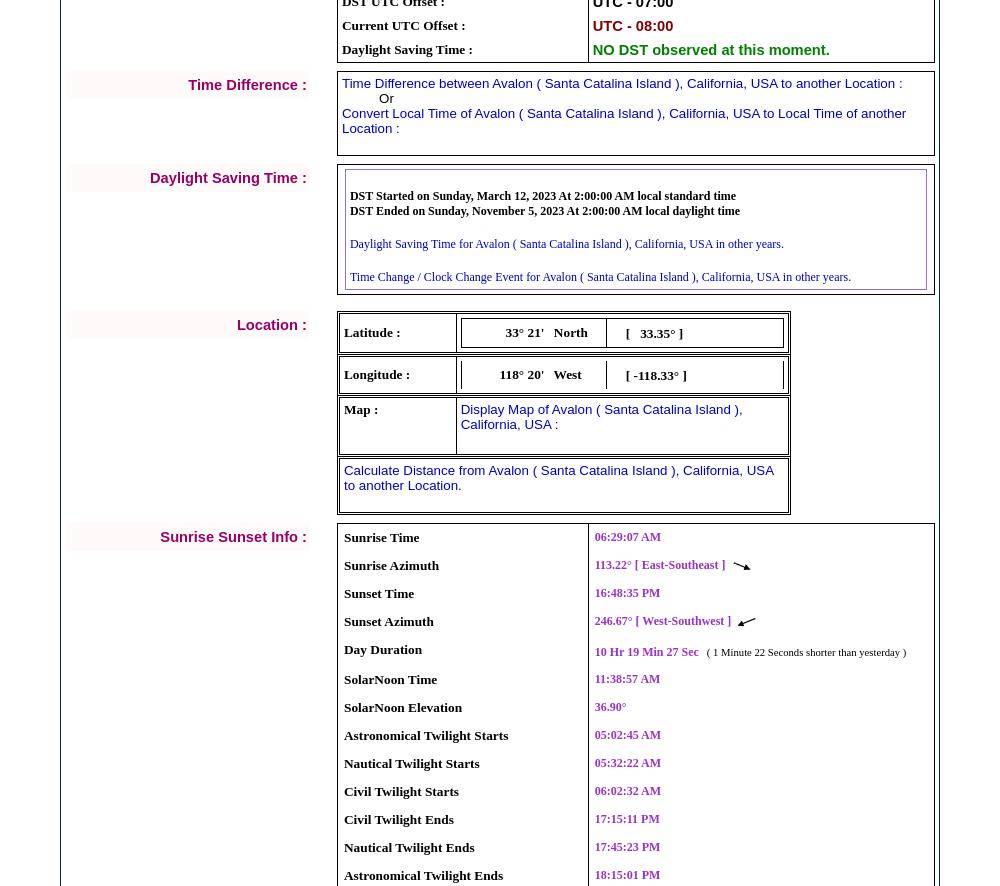  Describe the element at coordinates (599, 275) in the screenshot. I see `'Time Change / Clock Change Event for Avalon ( Santa Catalina Island ), California, USA in other years.'` at that location.